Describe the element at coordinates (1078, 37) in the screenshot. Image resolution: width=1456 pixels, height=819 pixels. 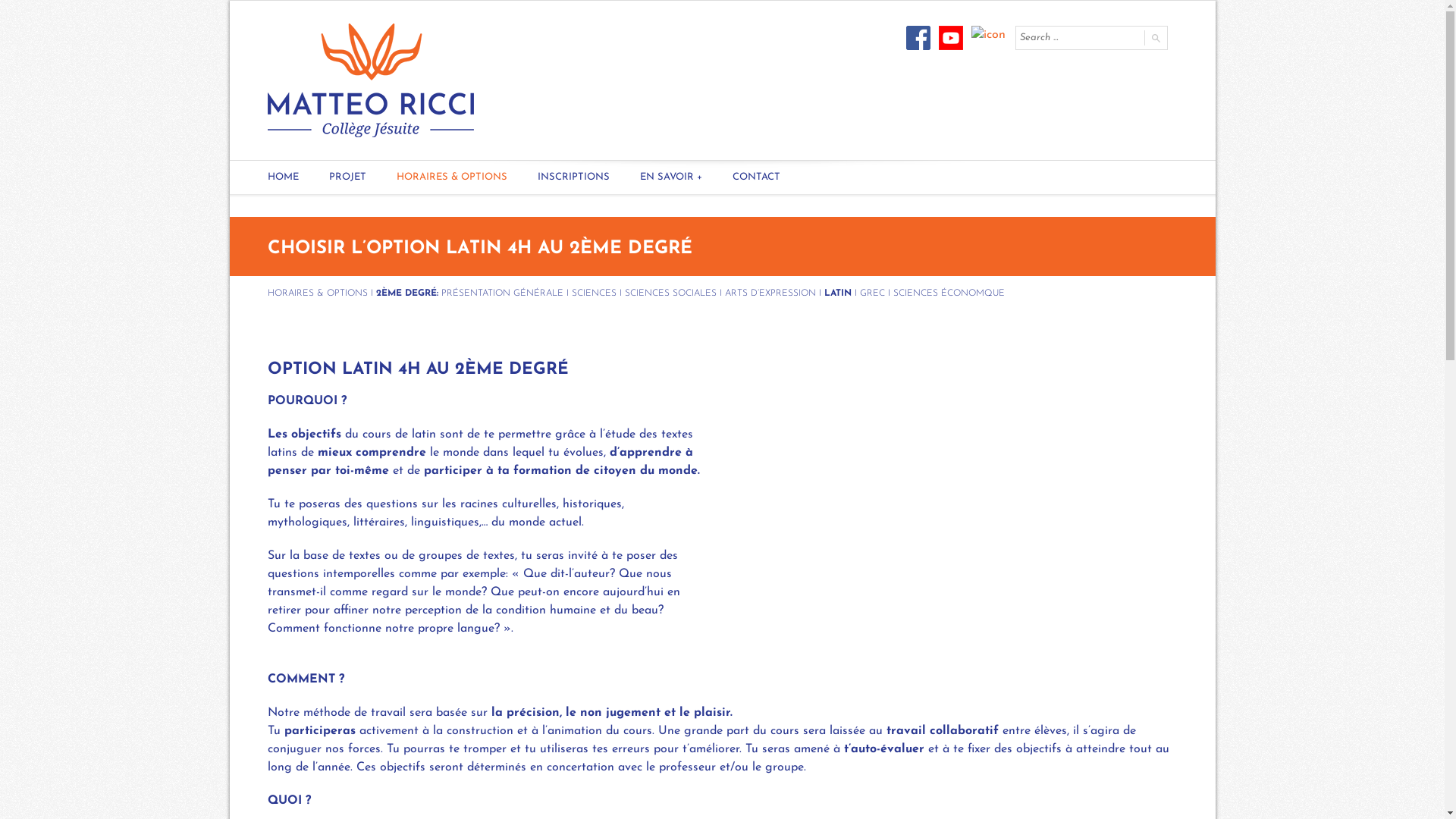
I see `'Search for:'` at that location.